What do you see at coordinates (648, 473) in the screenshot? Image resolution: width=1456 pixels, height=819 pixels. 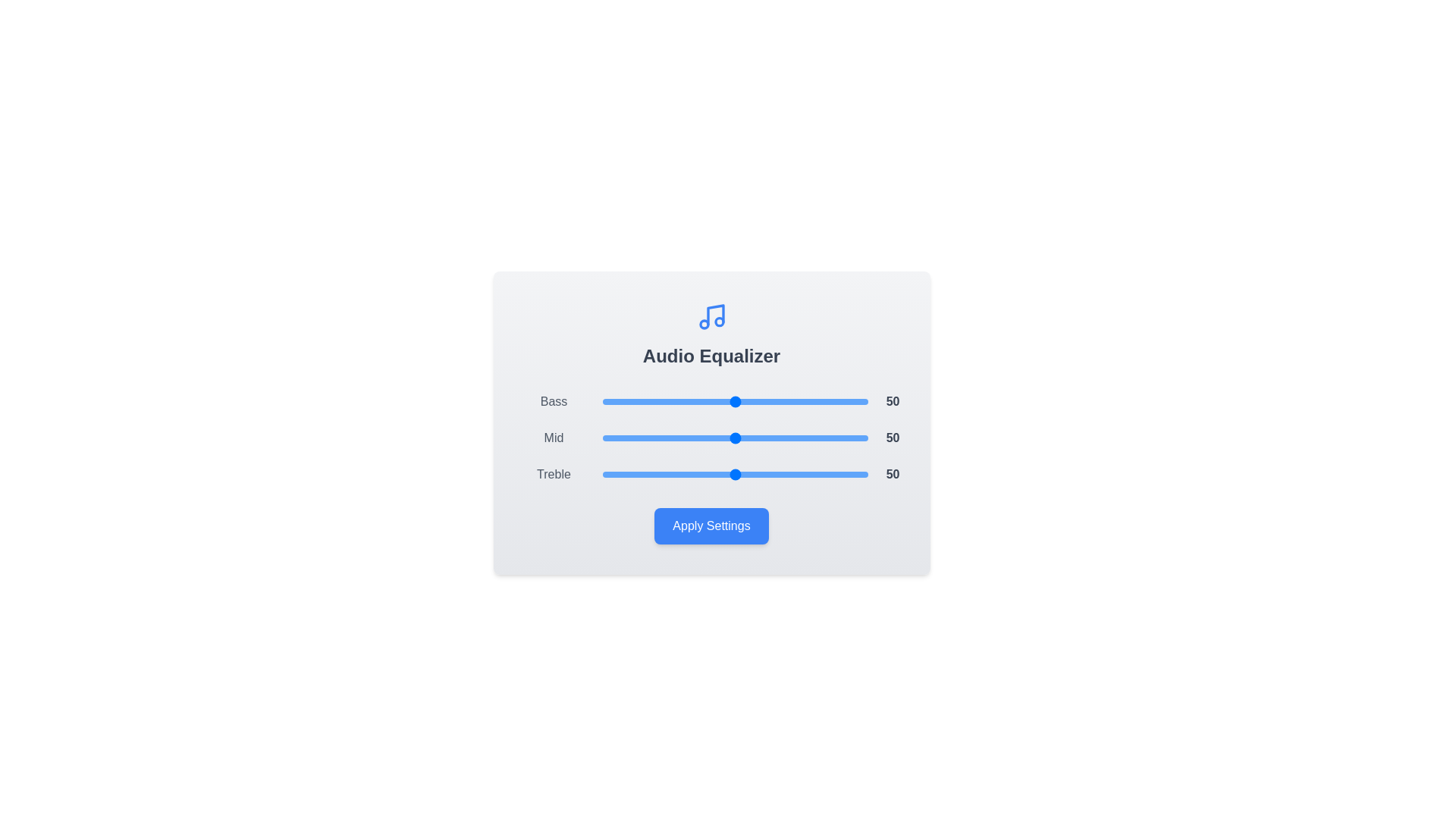 I see `the Treble slider to 17` at bounding box center [648, 473].